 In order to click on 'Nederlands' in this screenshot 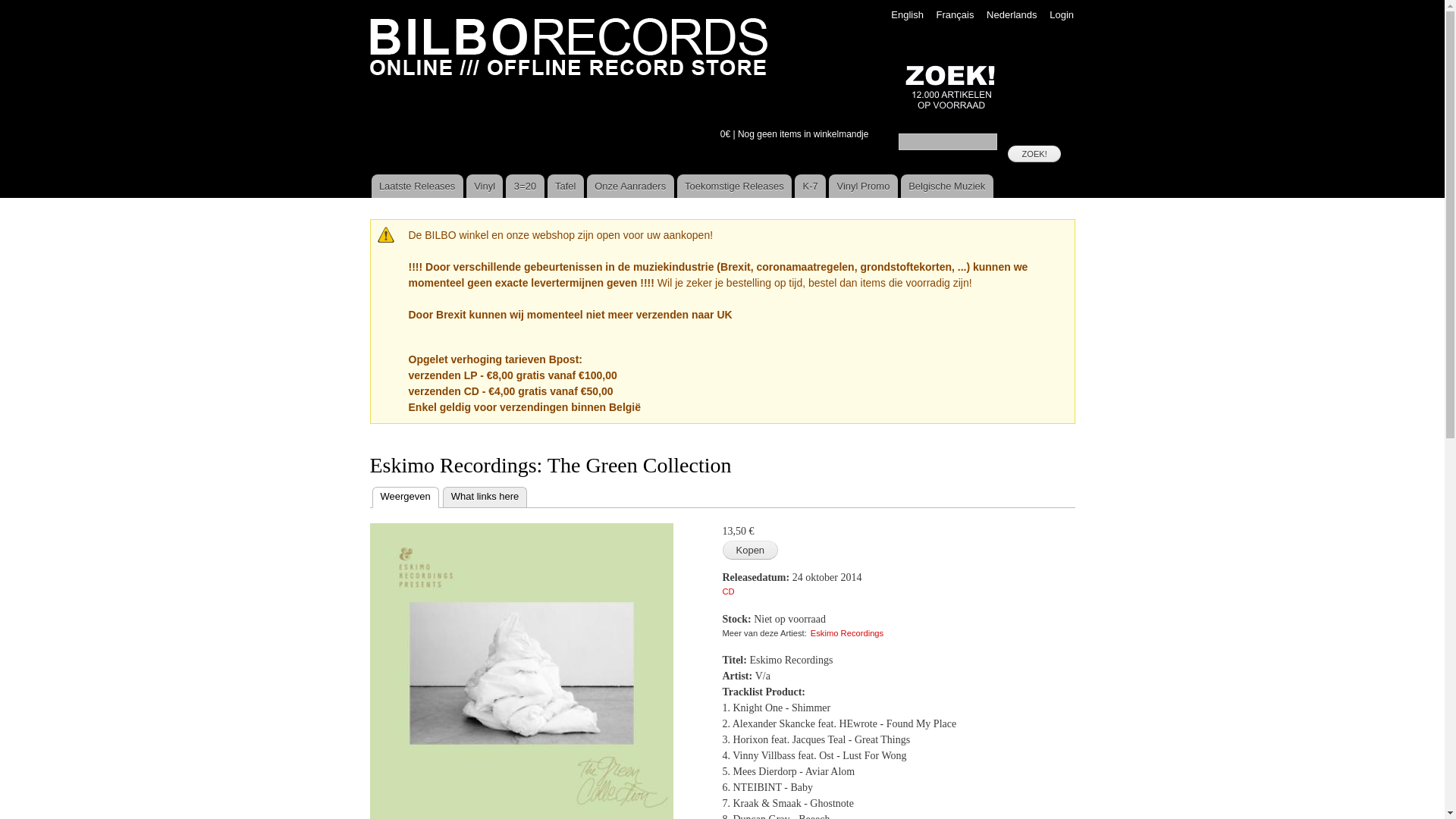, I will do `click(1012, 14)`.